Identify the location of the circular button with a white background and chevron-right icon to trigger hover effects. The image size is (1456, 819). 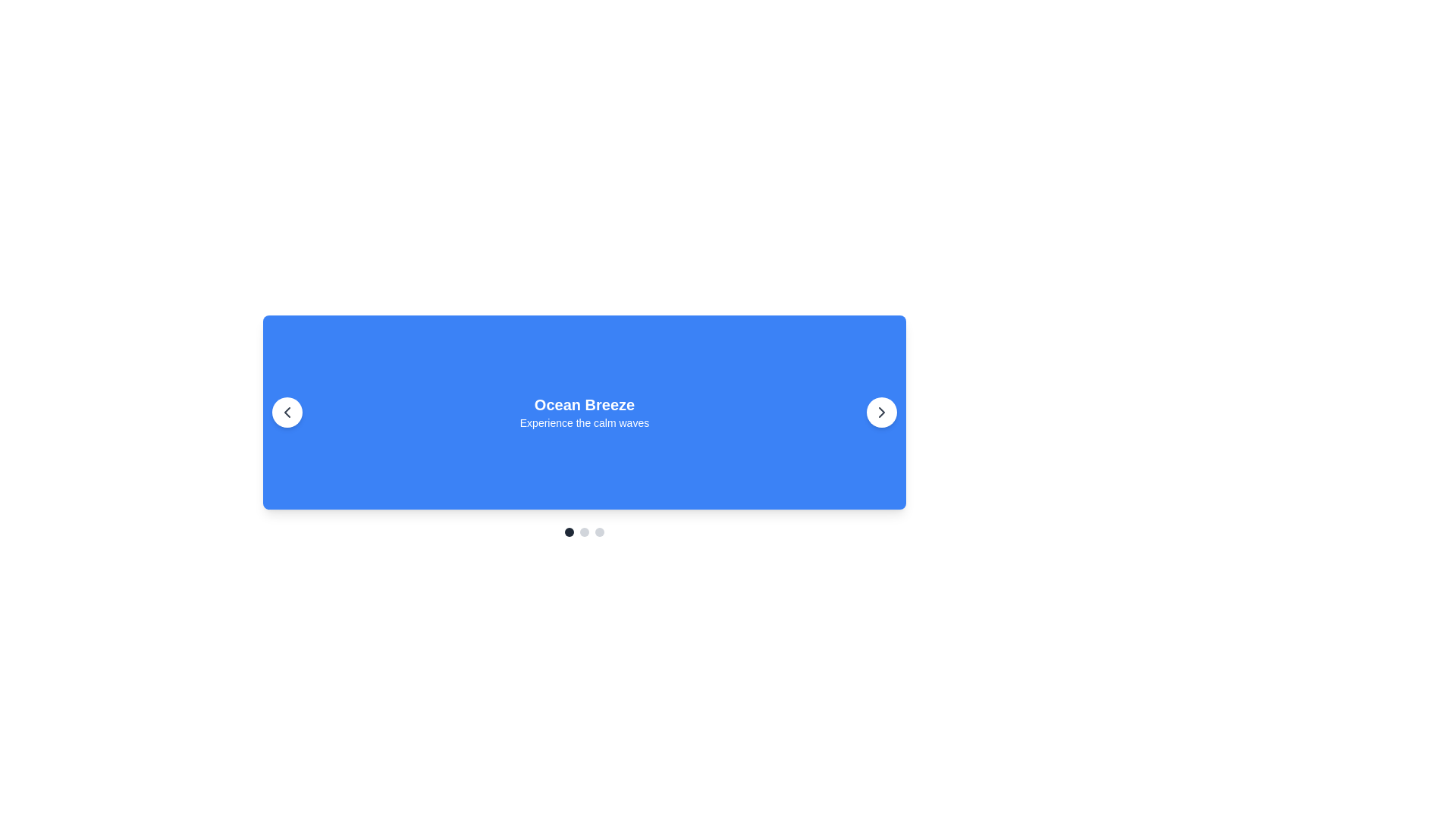
(881, 412).